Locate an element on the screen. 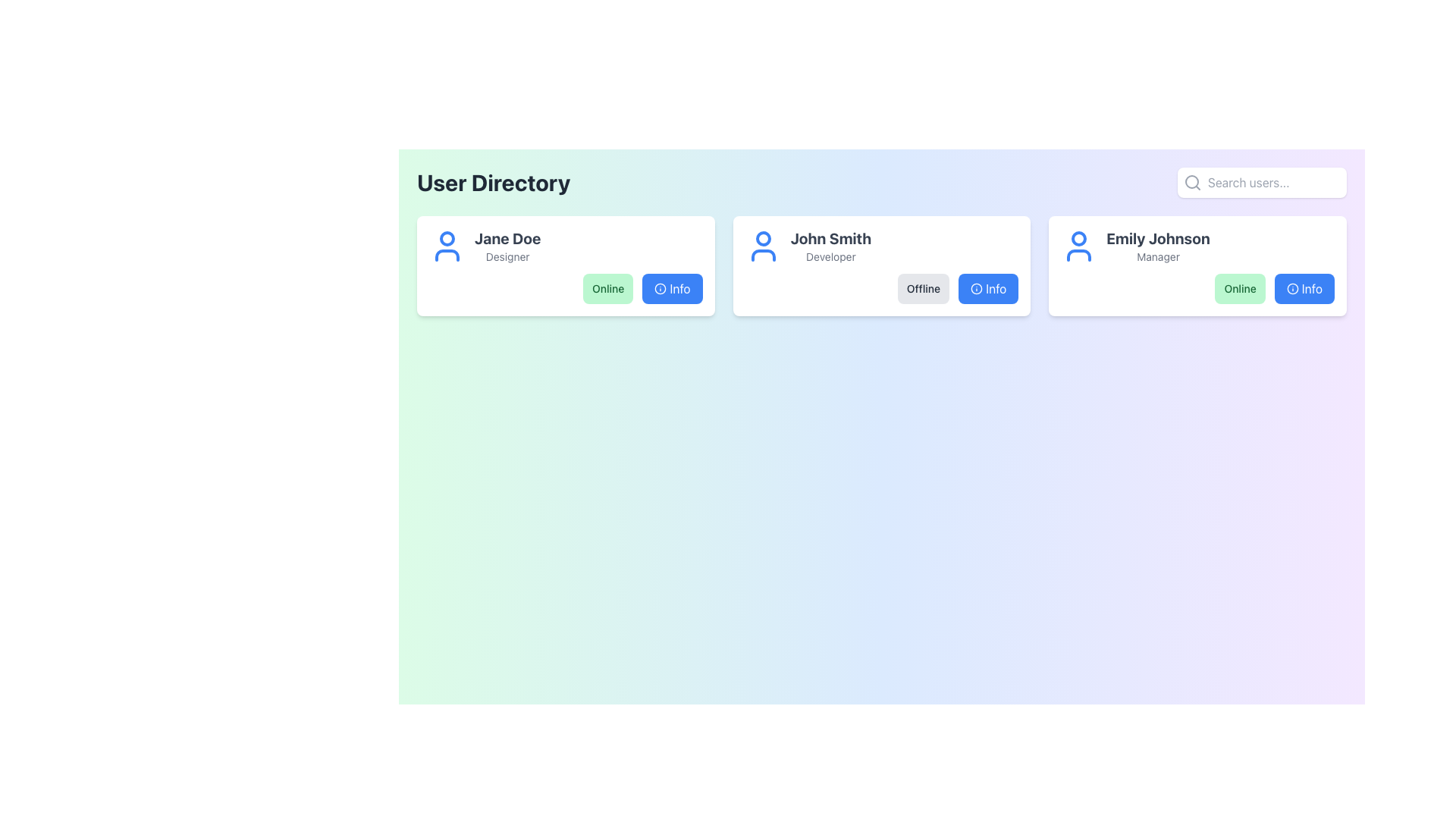 The height and width of the screenshot is (819, 1456). the text label that describes the professional designation of 'John Smith', located at the top-right corner of his profile card, beneath the 'John Smith' text is located at coordinates (830, 256).